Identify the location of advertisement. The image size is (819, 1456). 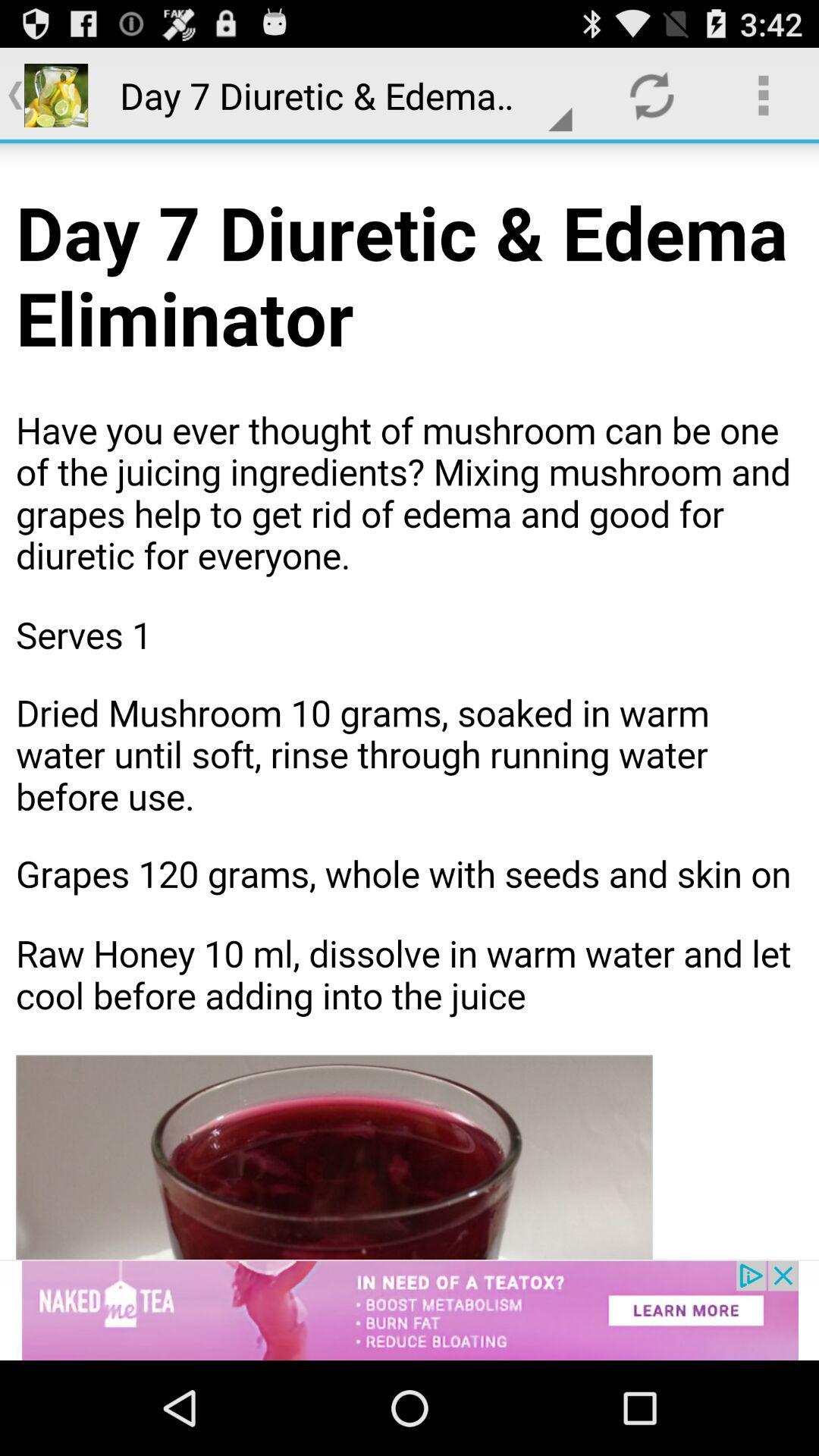
(409, 1310).